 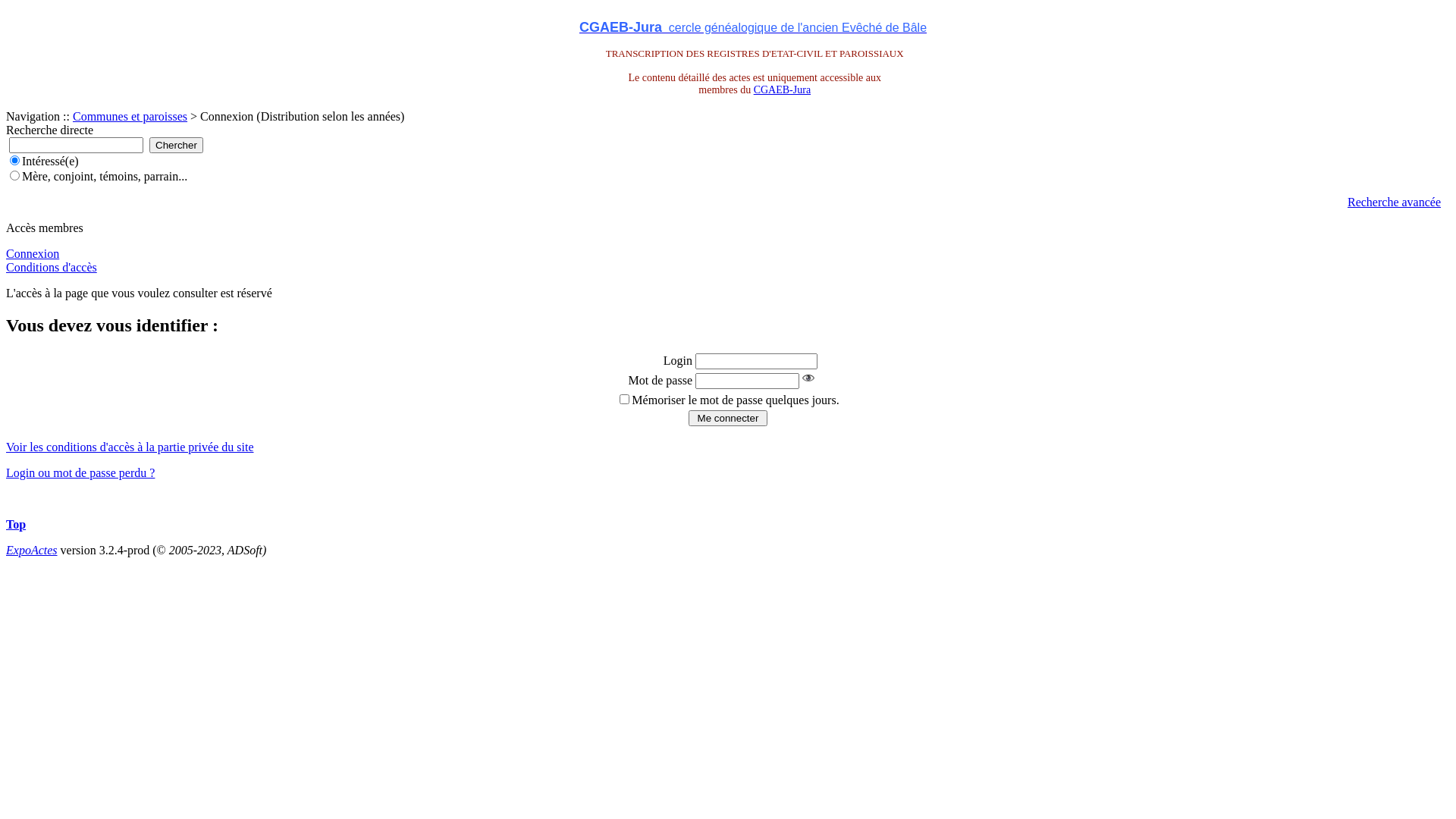 What do you see at coordinates (130, 115) in the screenshot?
I see `'Communes et paroisses'` at bounding box center [130, 115].